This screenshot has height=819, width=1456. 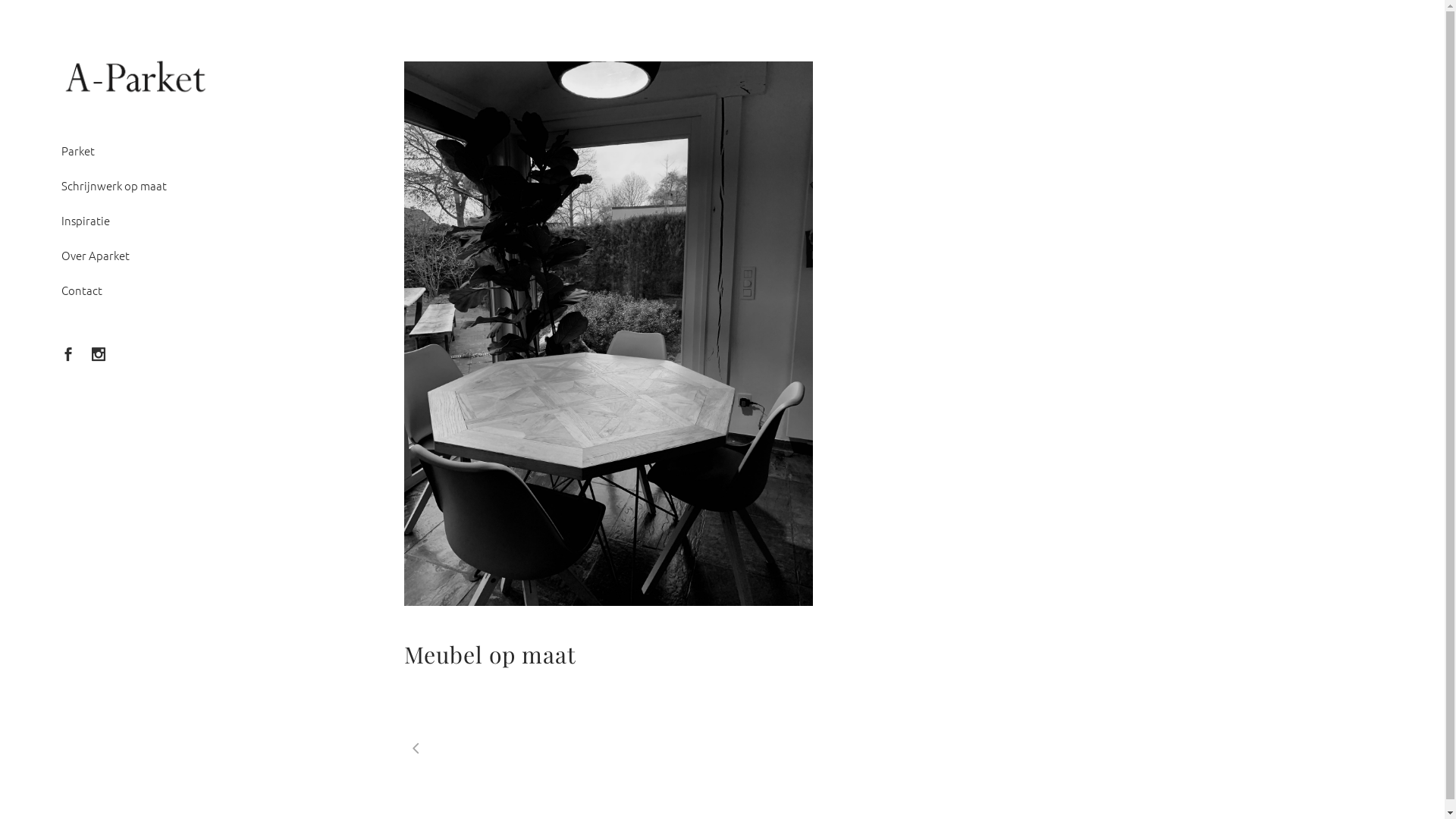 I want to click on 'Over Aparket', so click(x=136, y=254).